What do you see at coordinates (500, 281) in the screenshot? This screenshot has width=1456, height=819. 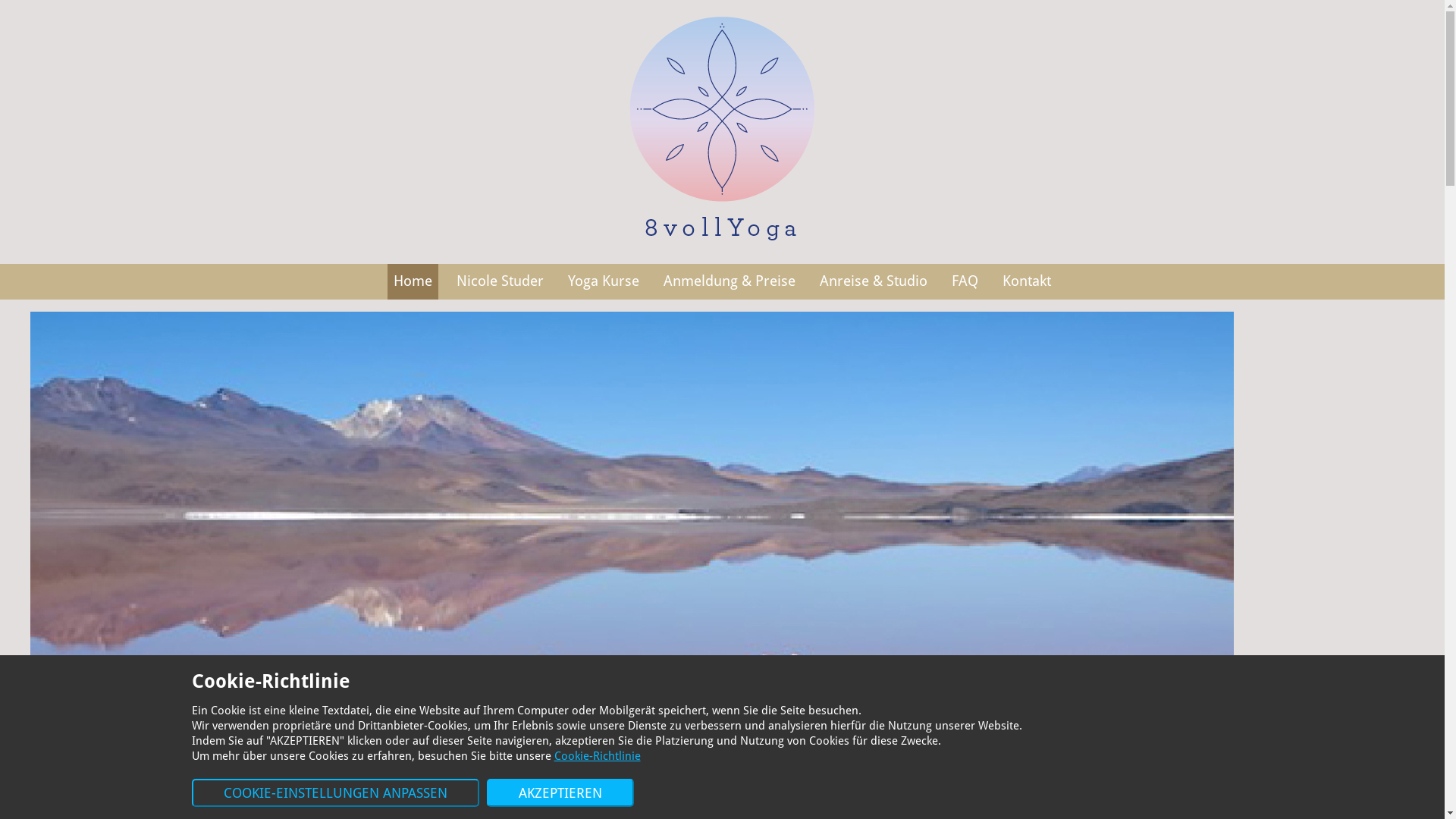 I see `'Nicole Studer'` at bounding box center [500, 281].